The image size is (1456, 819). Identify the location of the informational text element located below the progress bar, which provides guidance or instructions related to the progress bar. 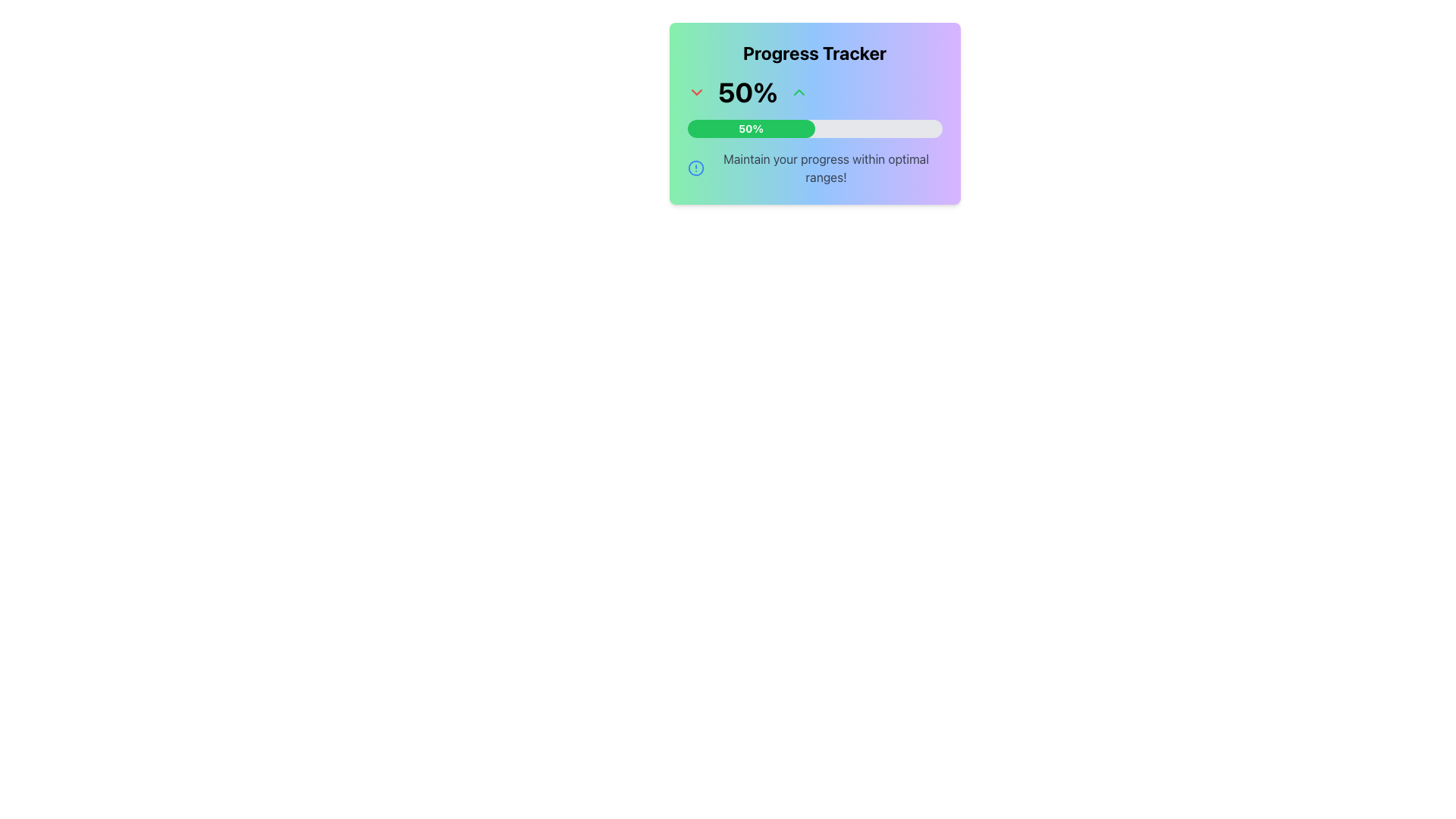
(825, 168).